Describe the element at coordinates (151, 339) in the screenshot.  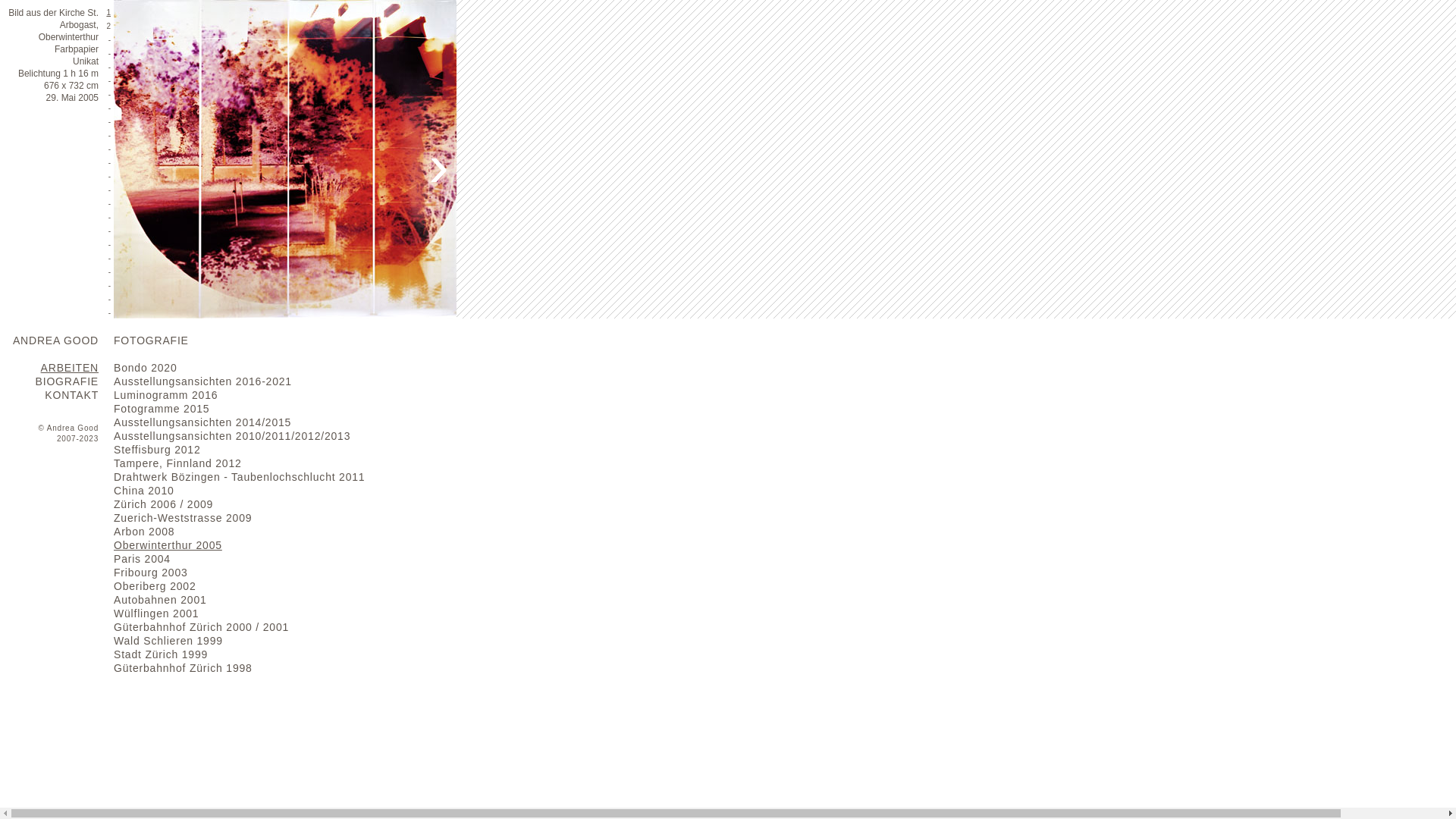
I see `'FOTOGRAFIE'` at that location.